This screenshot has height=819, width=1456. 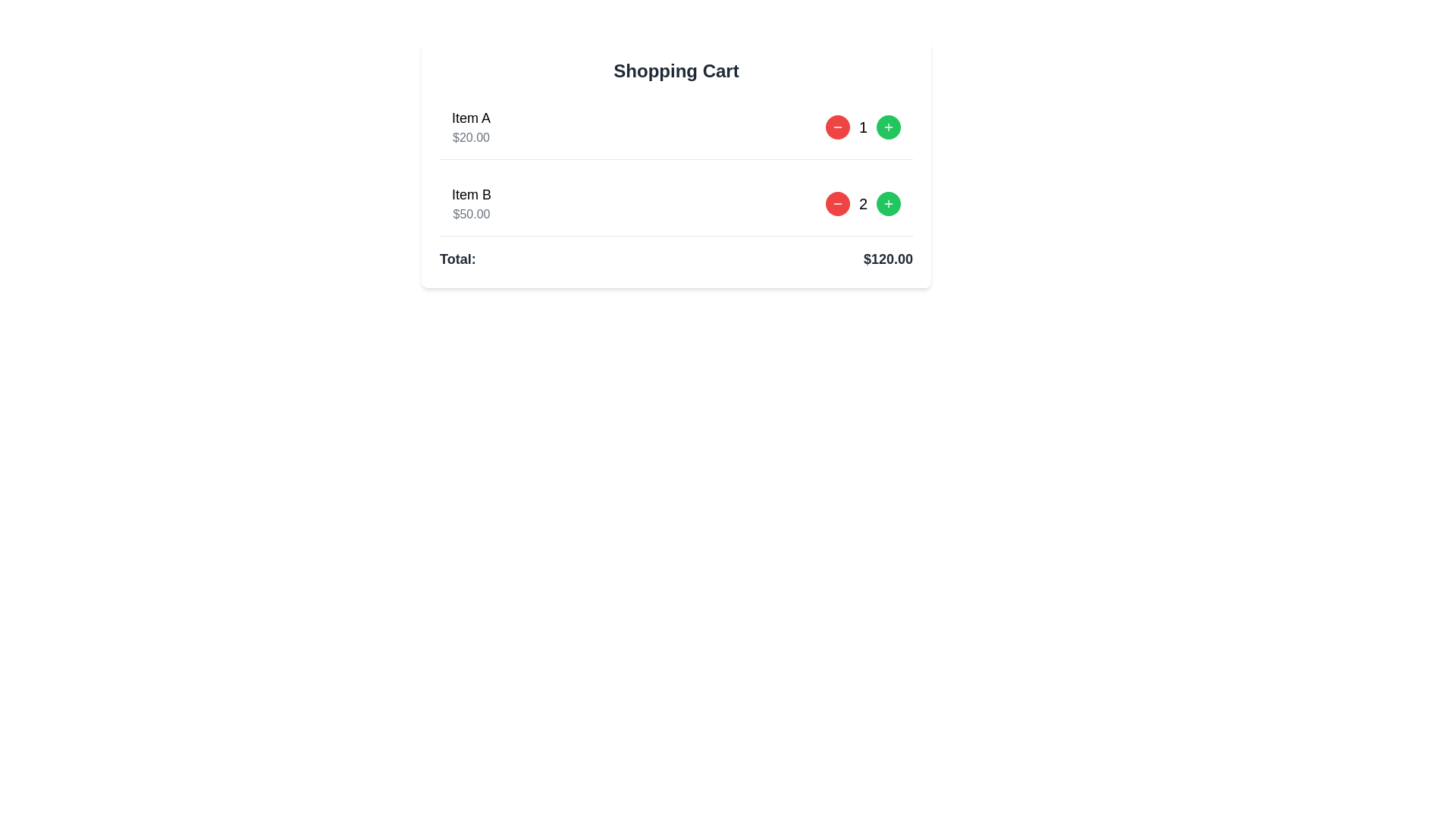 I want to click on the circular green button with a white plus icon (+) to the right of the number 2 associated with 'Item B' in the shopping cart layout to increase the quantity, so click(x=888, y=203).